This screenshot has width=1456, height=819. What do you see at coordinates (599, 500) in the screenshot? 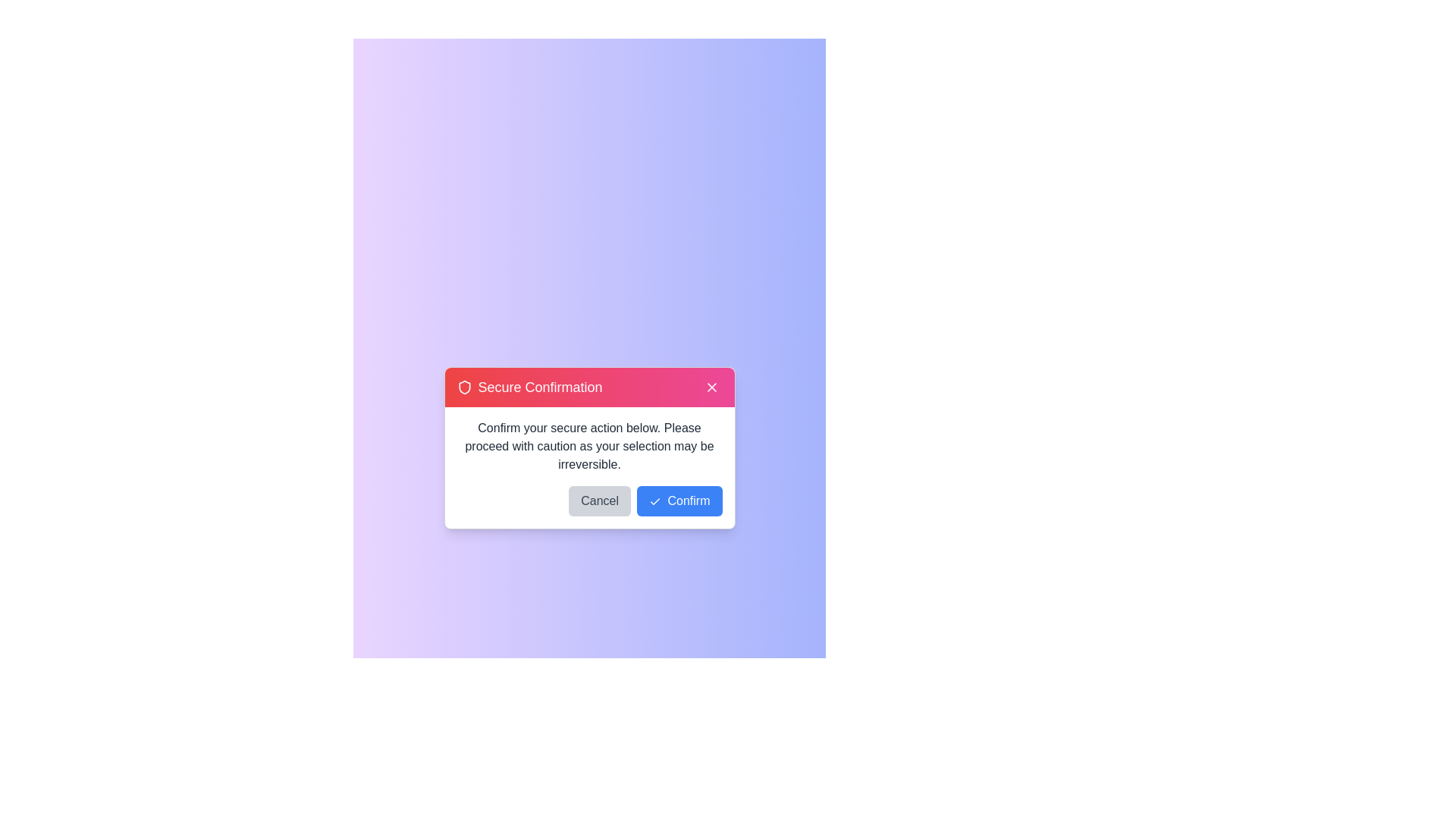
I see `the cancel button located to the left of the blue 'Confirm' button at the bottom-right of the dialog box` at bounding box center [599, 500].